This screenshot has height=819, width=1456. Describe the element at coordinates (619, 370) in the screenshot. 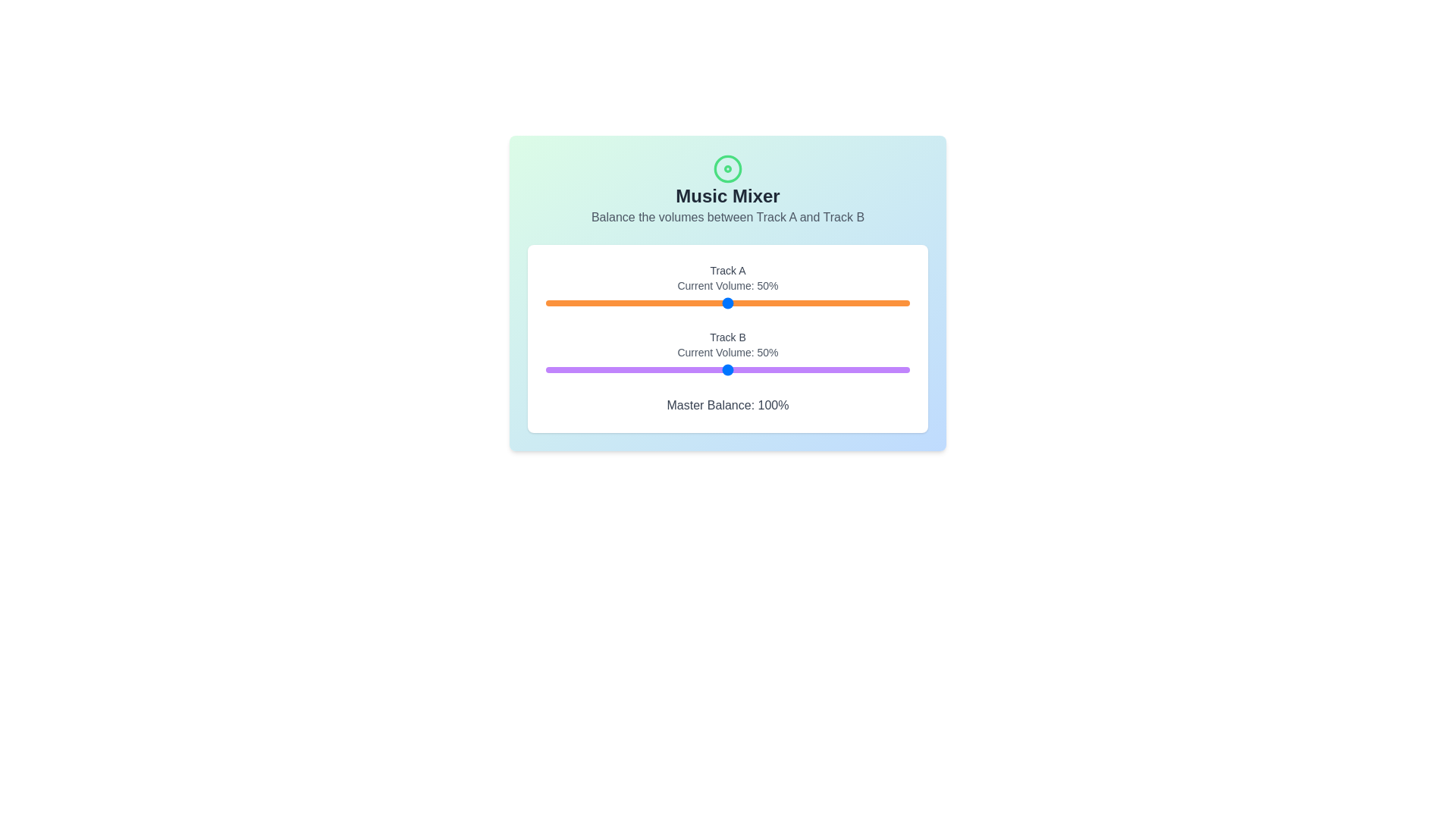

I see `the volume slider for Track B to 20%` at that location.